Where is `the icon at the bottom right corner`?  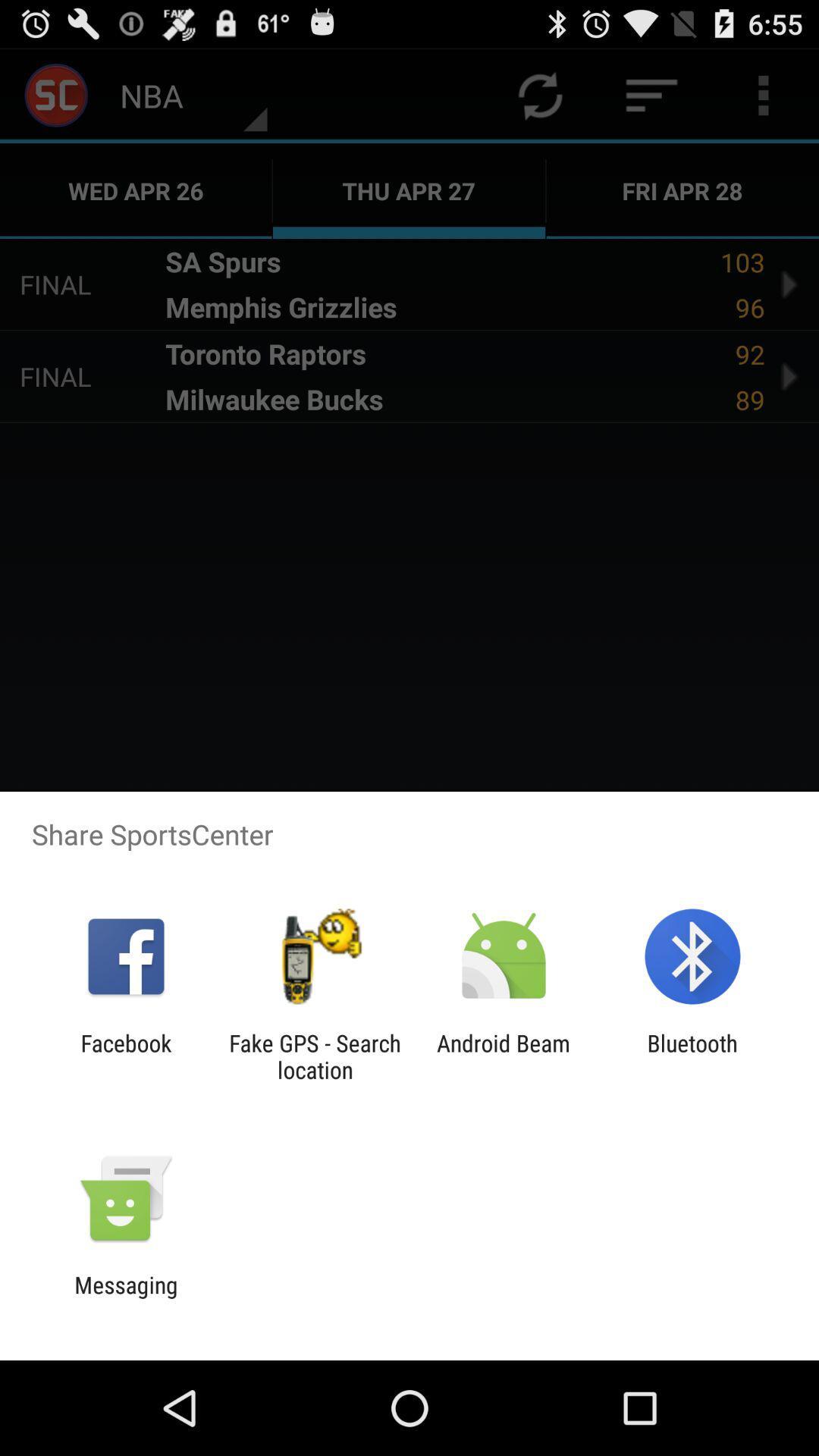 the icon at the bottom right corner is located at coordinates (692, 1056).